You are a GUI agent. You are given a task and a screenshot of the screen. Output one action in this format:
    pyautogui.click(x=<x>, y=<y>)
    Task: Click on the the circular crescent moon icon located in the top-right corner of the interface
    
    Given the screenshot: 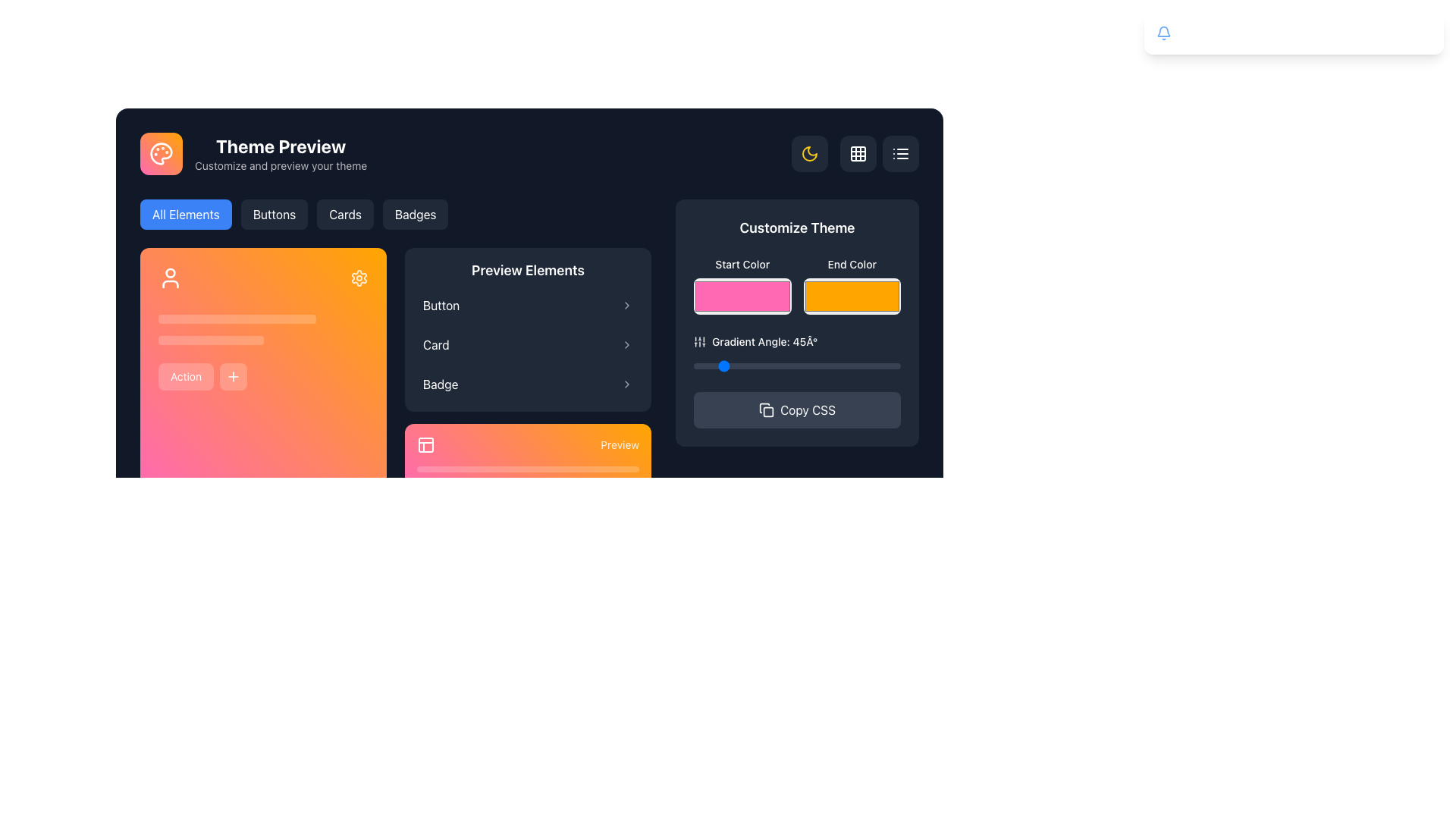 What is the action you would take?
    pyautogui.click(x=809, y=154)
    